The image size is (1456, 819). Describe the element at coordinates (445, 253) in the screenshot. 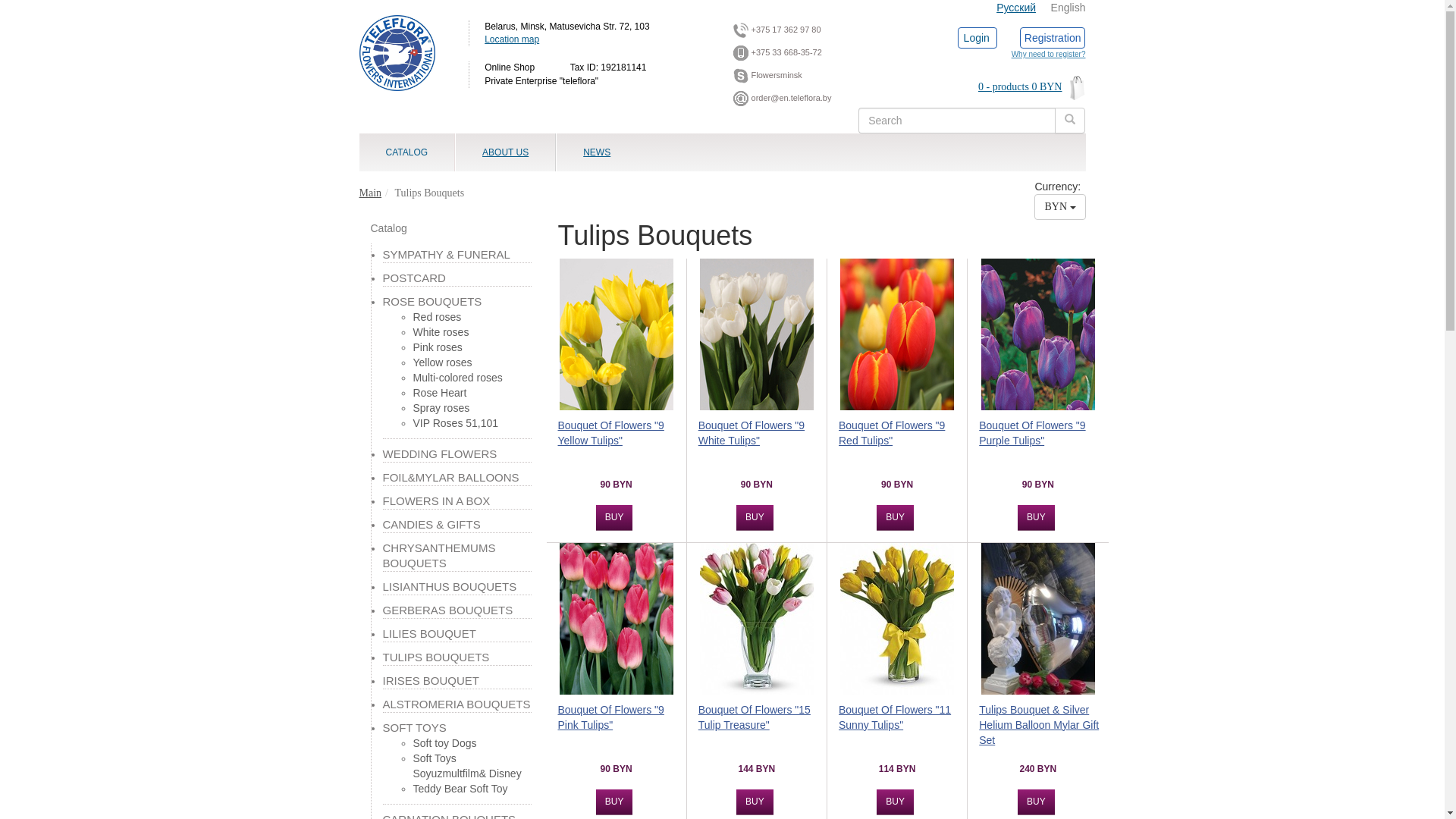

I see `'SYMPATHY & FUNERAL'` at that location.